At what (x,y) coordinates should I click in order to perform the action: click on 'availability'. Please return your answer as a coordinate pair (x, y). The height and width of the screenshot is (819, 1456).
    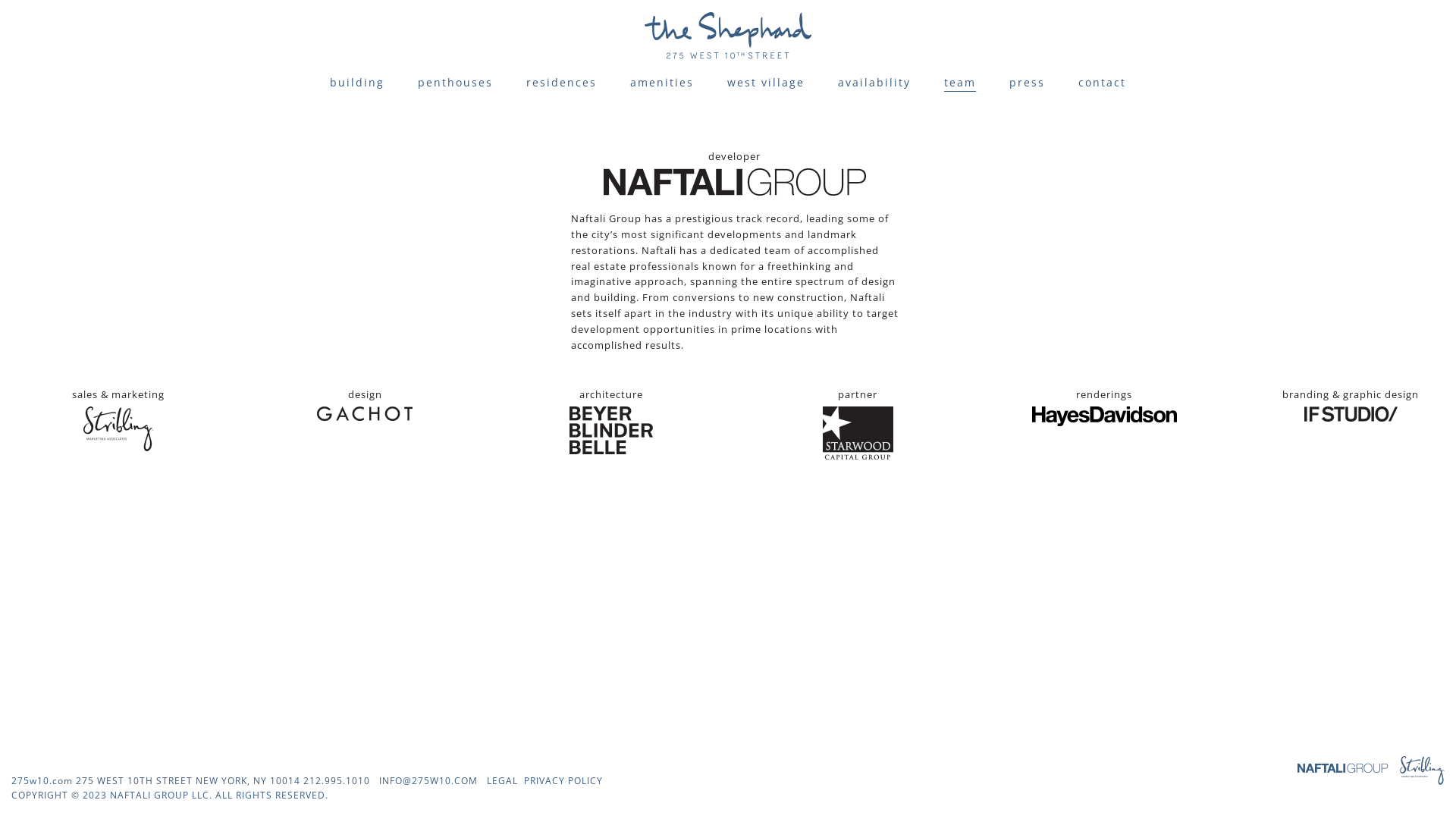
    Looking at the image, I should click on (874, 82).